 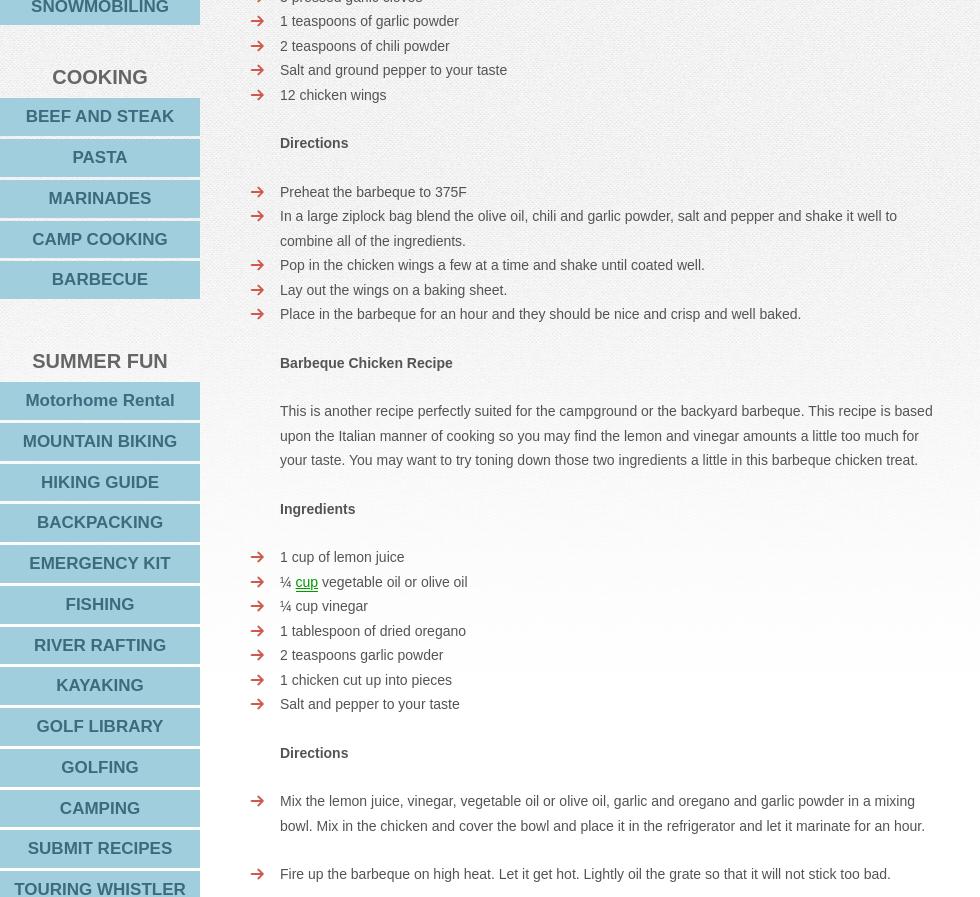 I want to click on 'CAMP COOKING', so click(x=99, y=237).